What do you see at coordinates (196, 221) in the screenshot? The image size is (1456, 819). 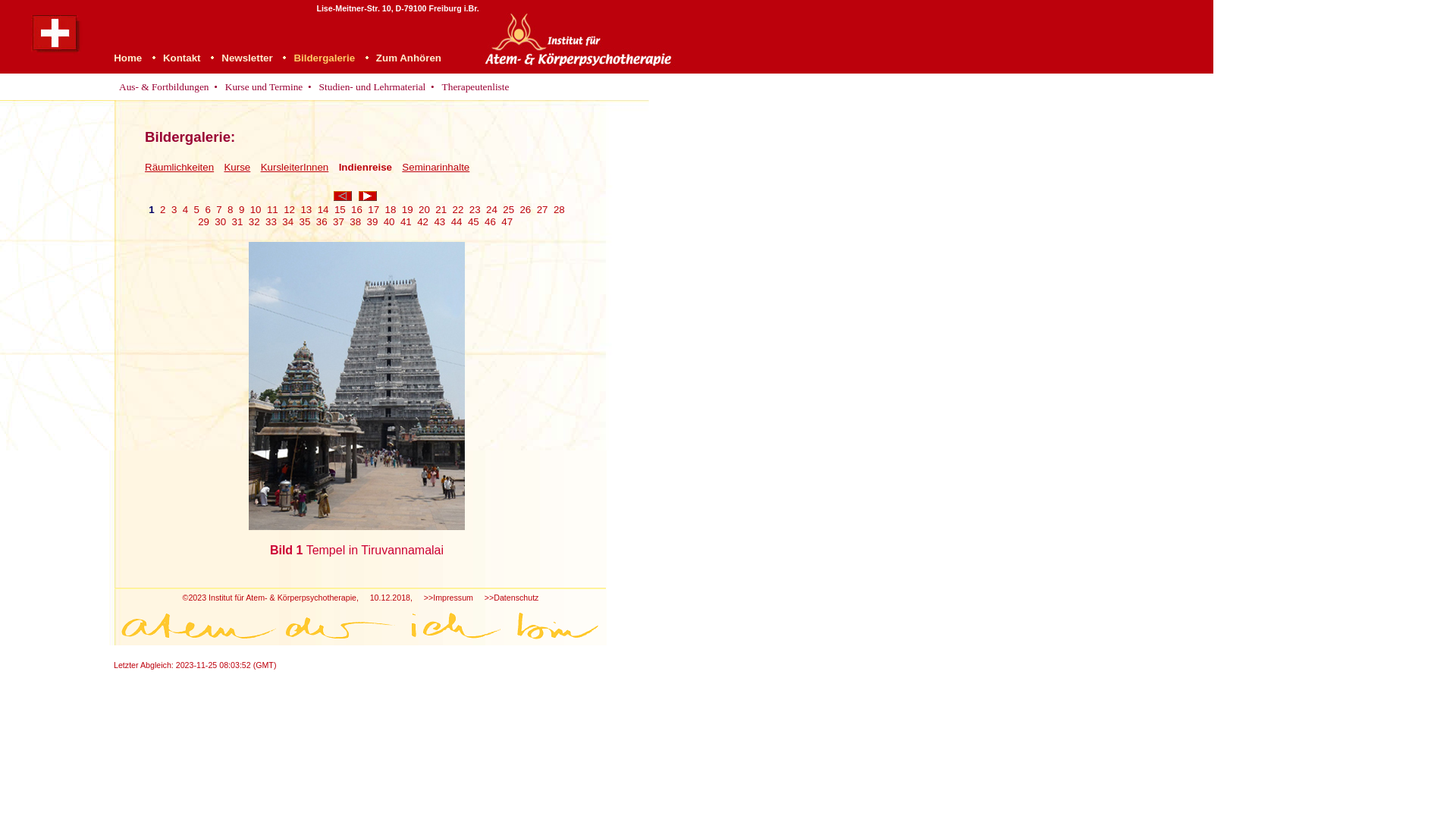 I see `'29'` at bounding box center [196, 221].